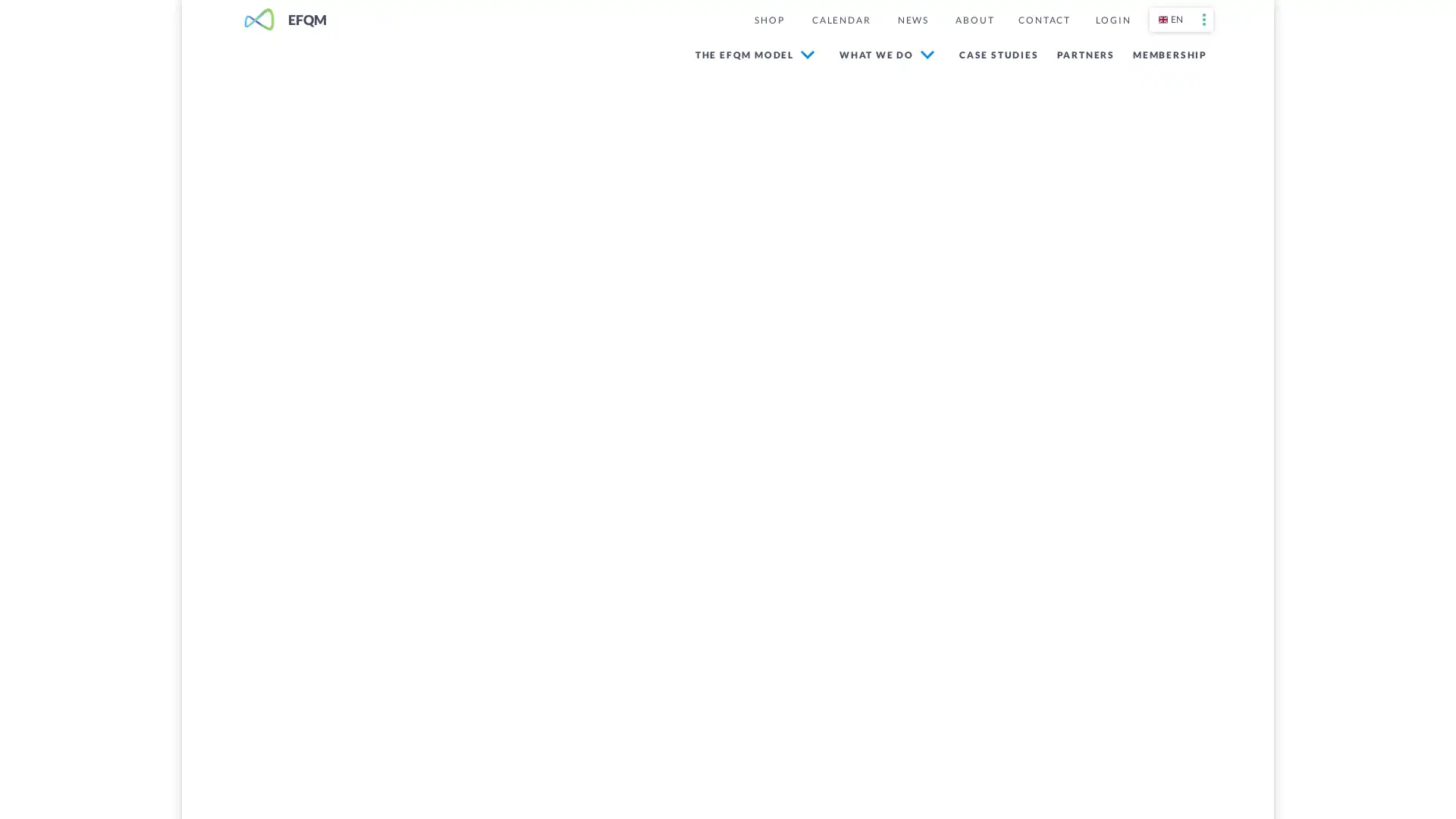 This screenshot has width=1456, height=819. I want to click on WHAT WE DO, so click(886, 54).